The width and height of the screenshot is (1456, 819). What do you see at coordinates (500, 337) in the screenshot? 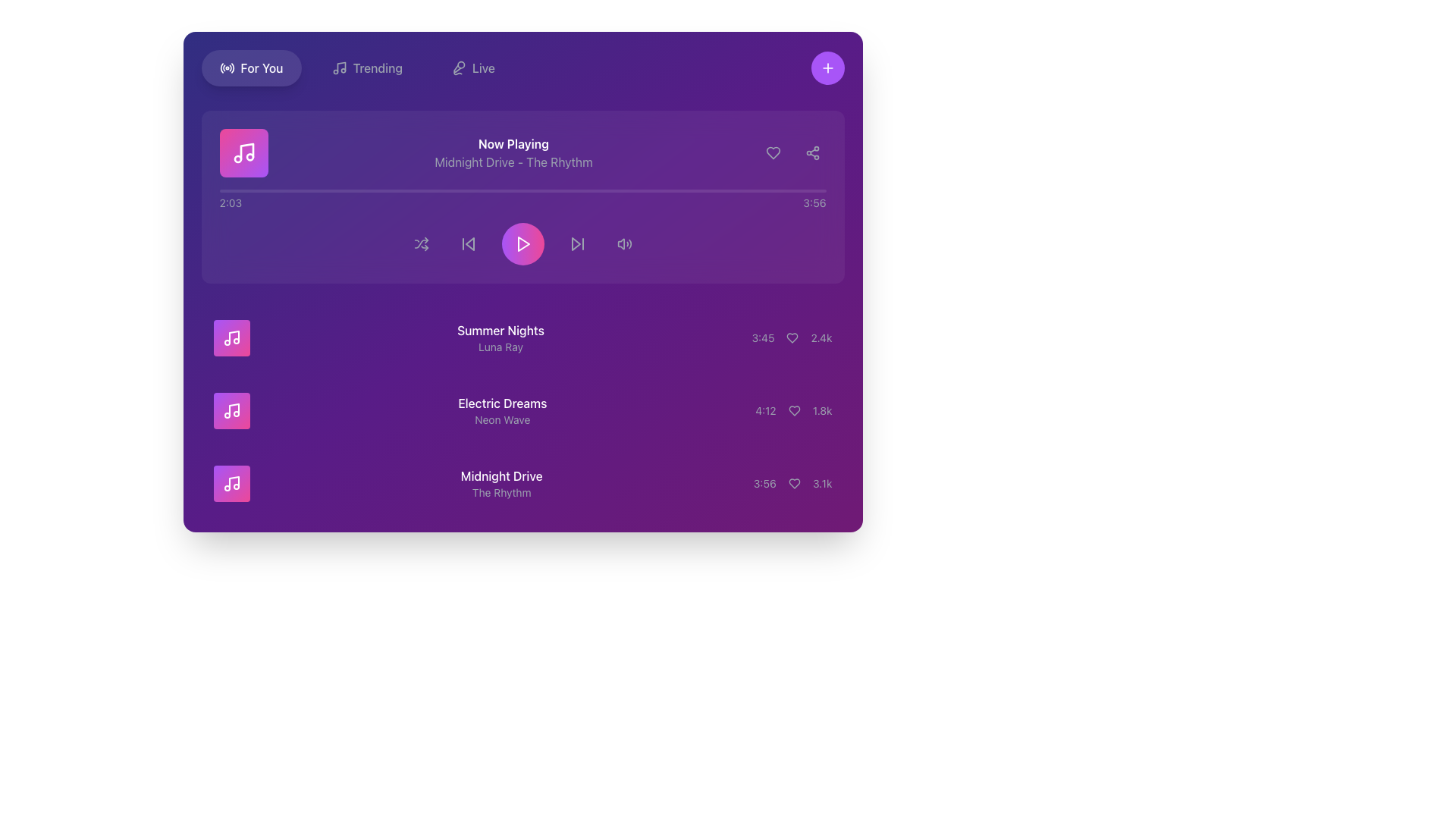
I see `the text label representing the title and artist of the song in the playlist` at bounding box center [500, 337].